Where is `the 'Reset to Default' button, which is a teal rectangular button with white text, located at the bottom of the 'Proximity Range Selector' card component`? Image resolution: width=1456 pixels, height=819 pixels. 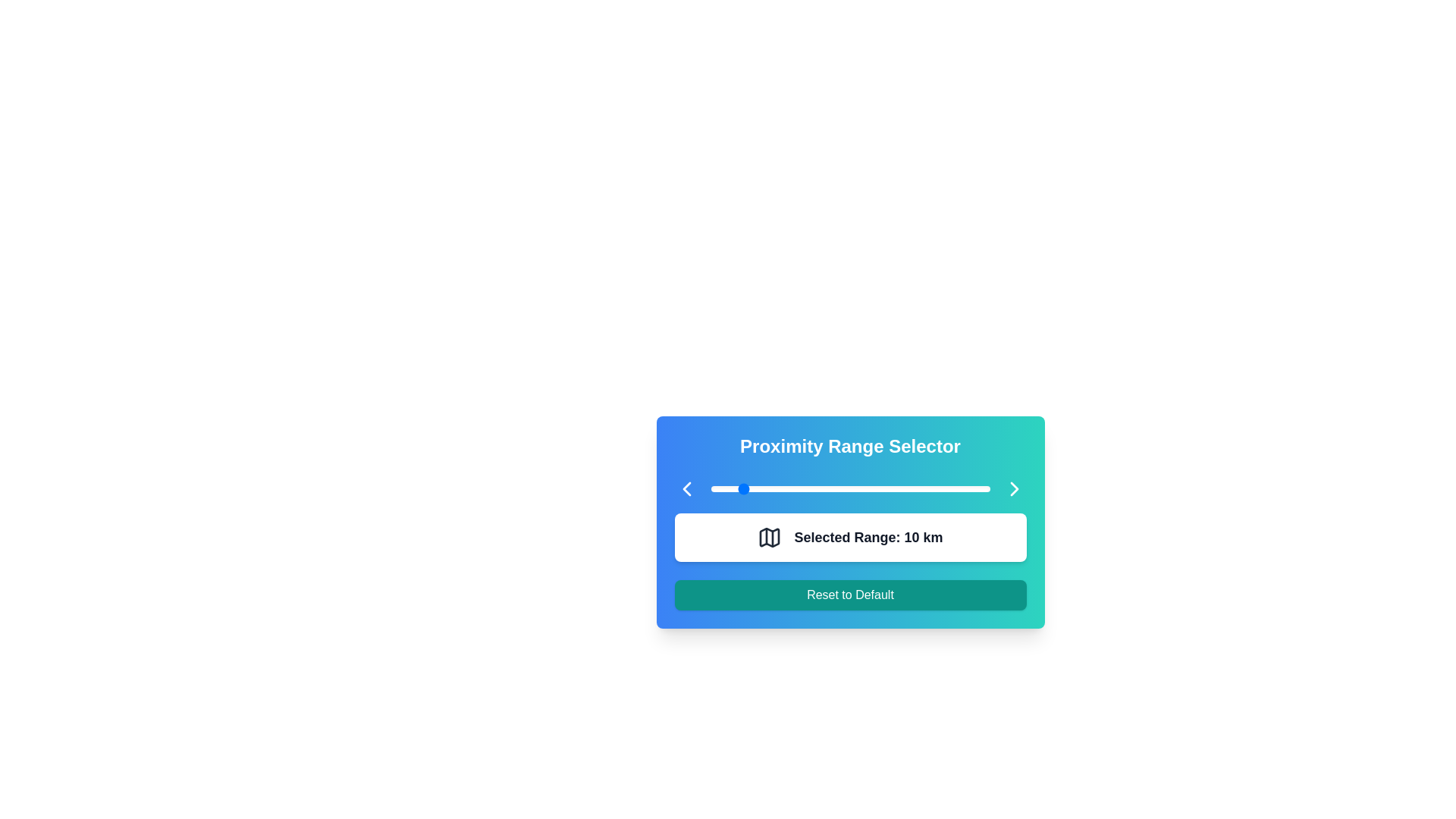 the 'Reset to Default' button, which is a teal rectangular button with white text, located at the bottom of the 'Proximity Range Selector' card component is located at coordinates (850, 595).